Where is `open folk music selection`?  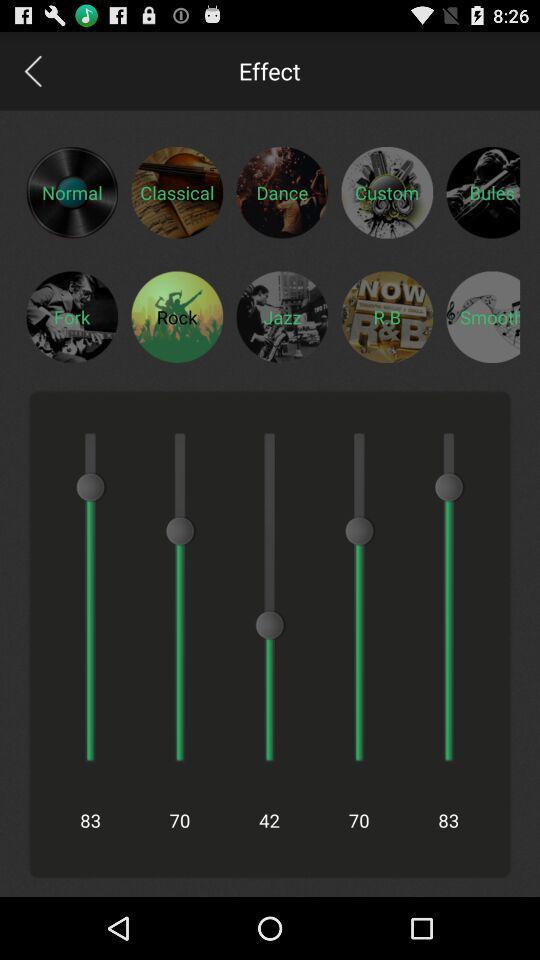
open folk music selection is located at coordinates (71, 316).